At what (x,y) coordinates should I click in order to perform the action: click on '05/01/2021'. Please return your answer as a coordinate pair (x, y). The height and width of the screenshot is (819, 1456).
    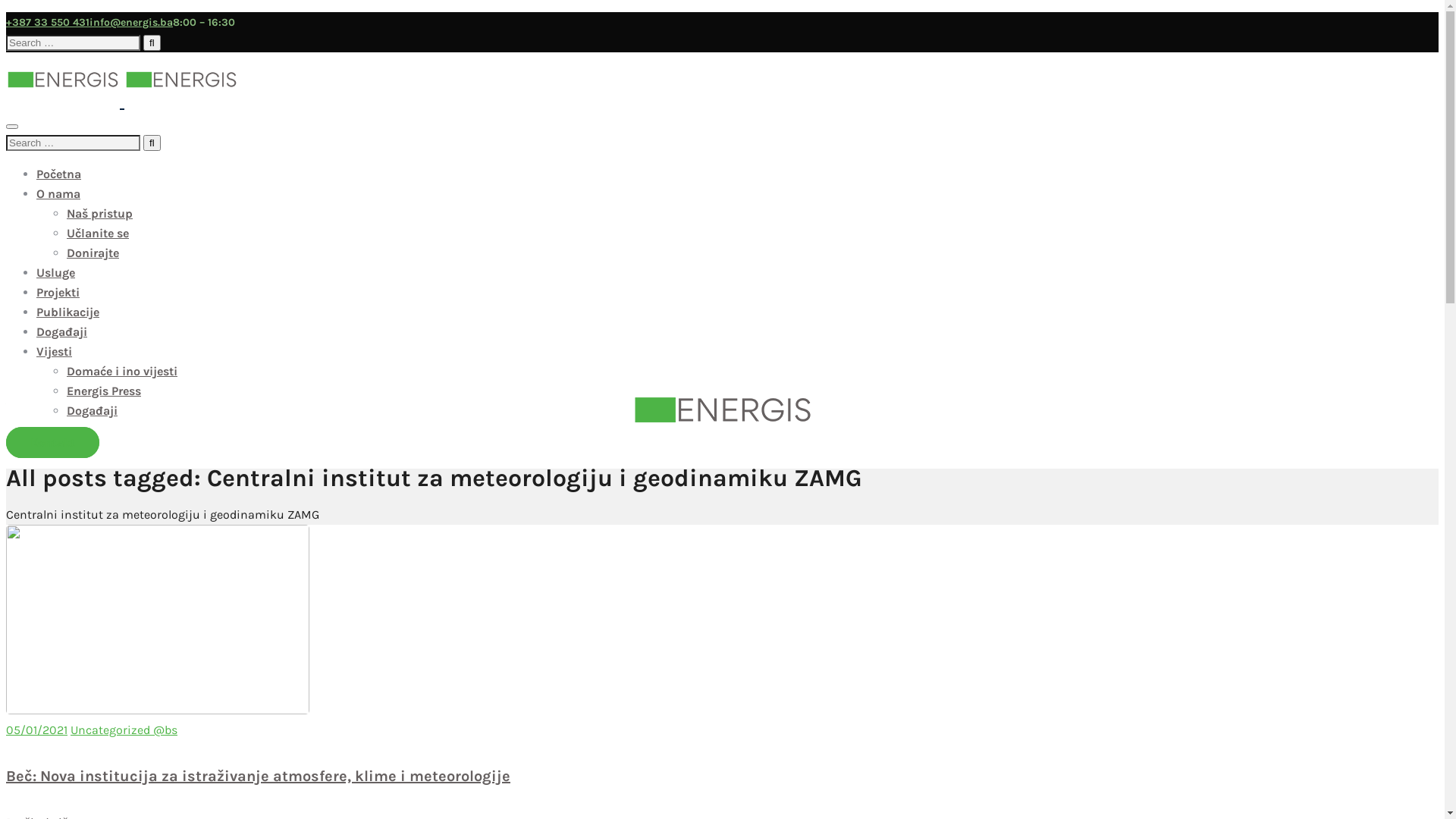
    Looking at the image, I should click on (36, 729).